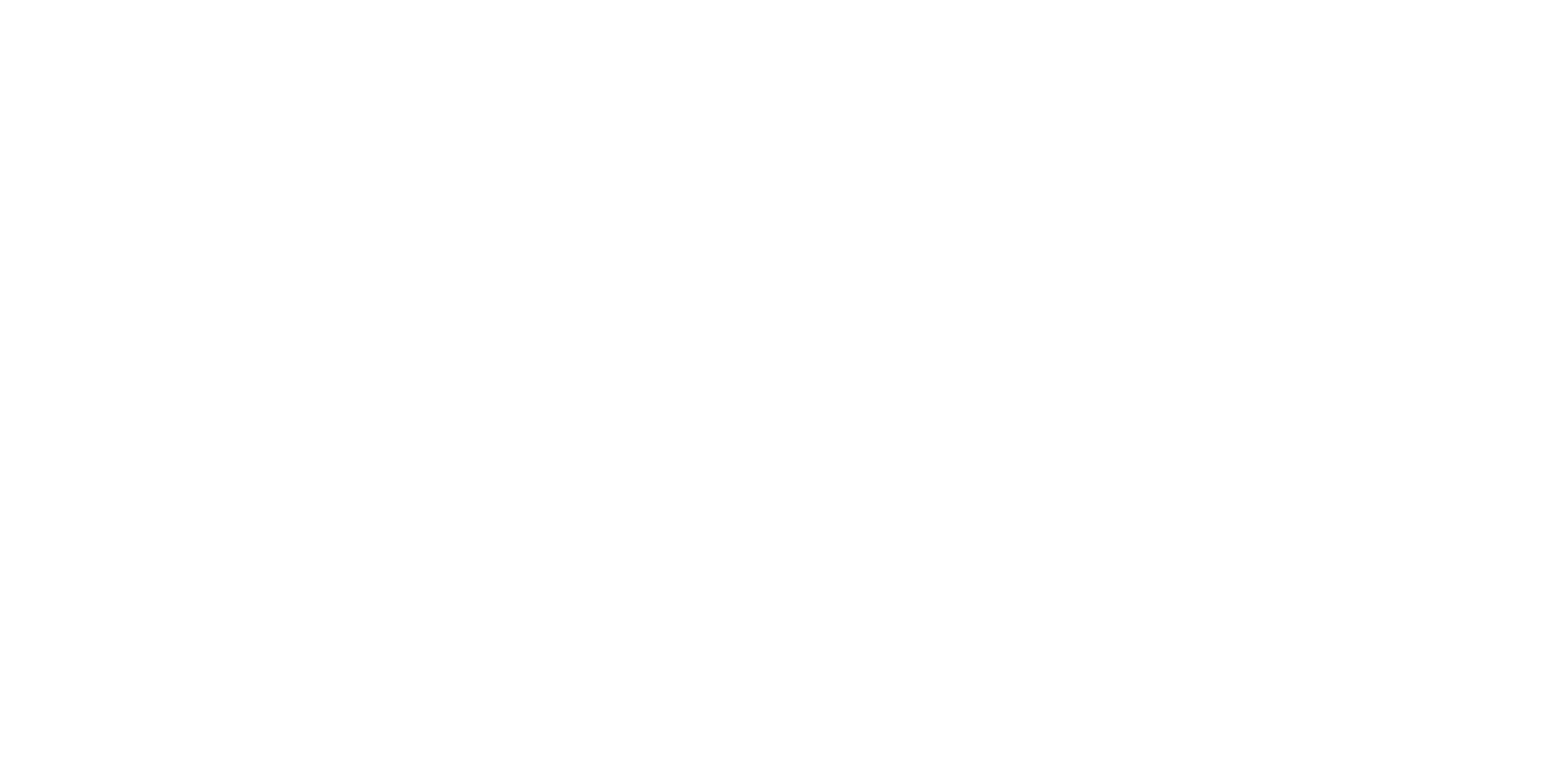  Describe the element at coordinates (1051, 659) in the screenshot. I see `'(29)'` at that location.